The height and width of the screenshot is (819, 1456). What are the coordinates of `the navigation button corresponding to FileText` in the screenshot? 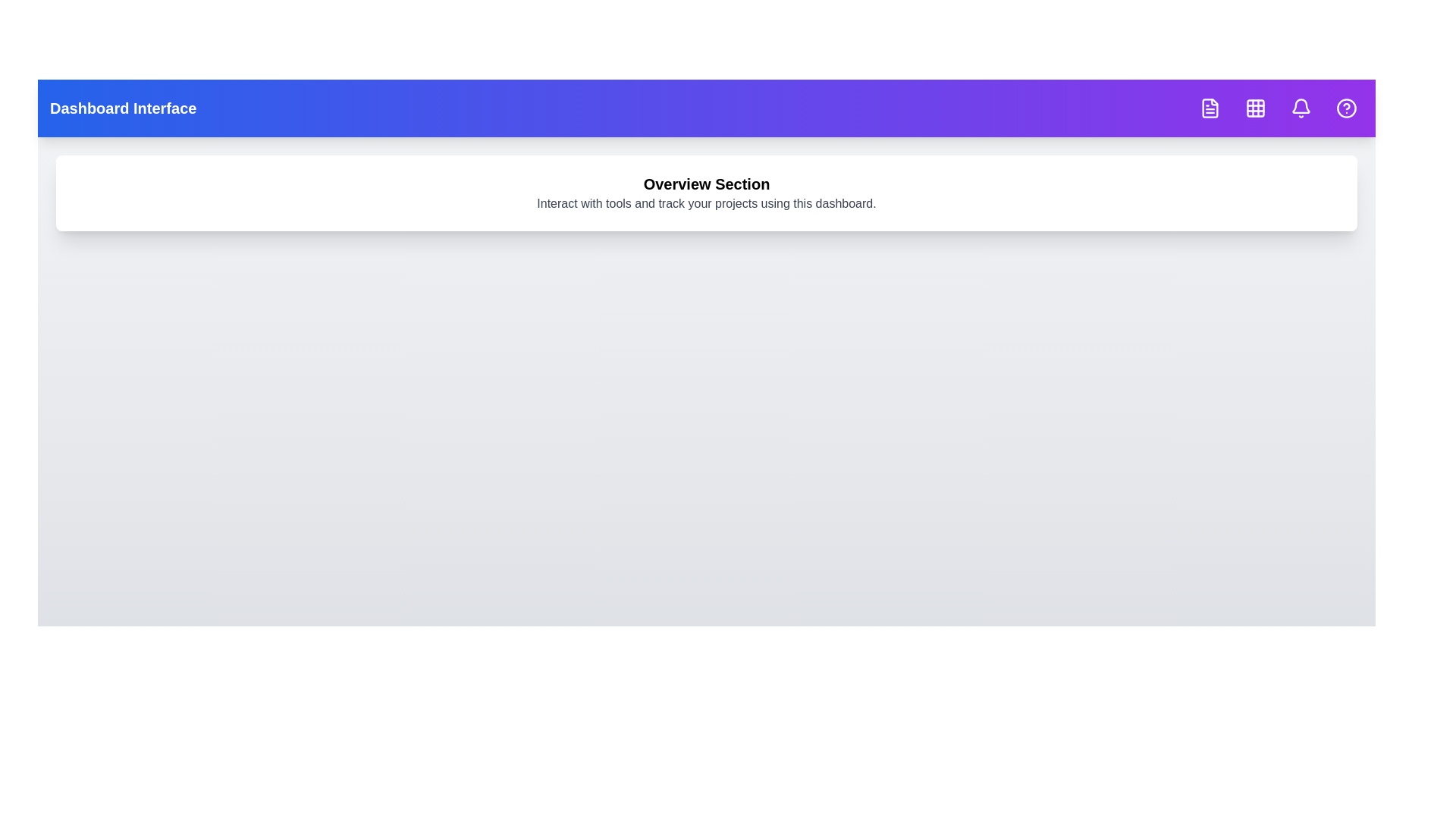 It's located at (1210, 107).